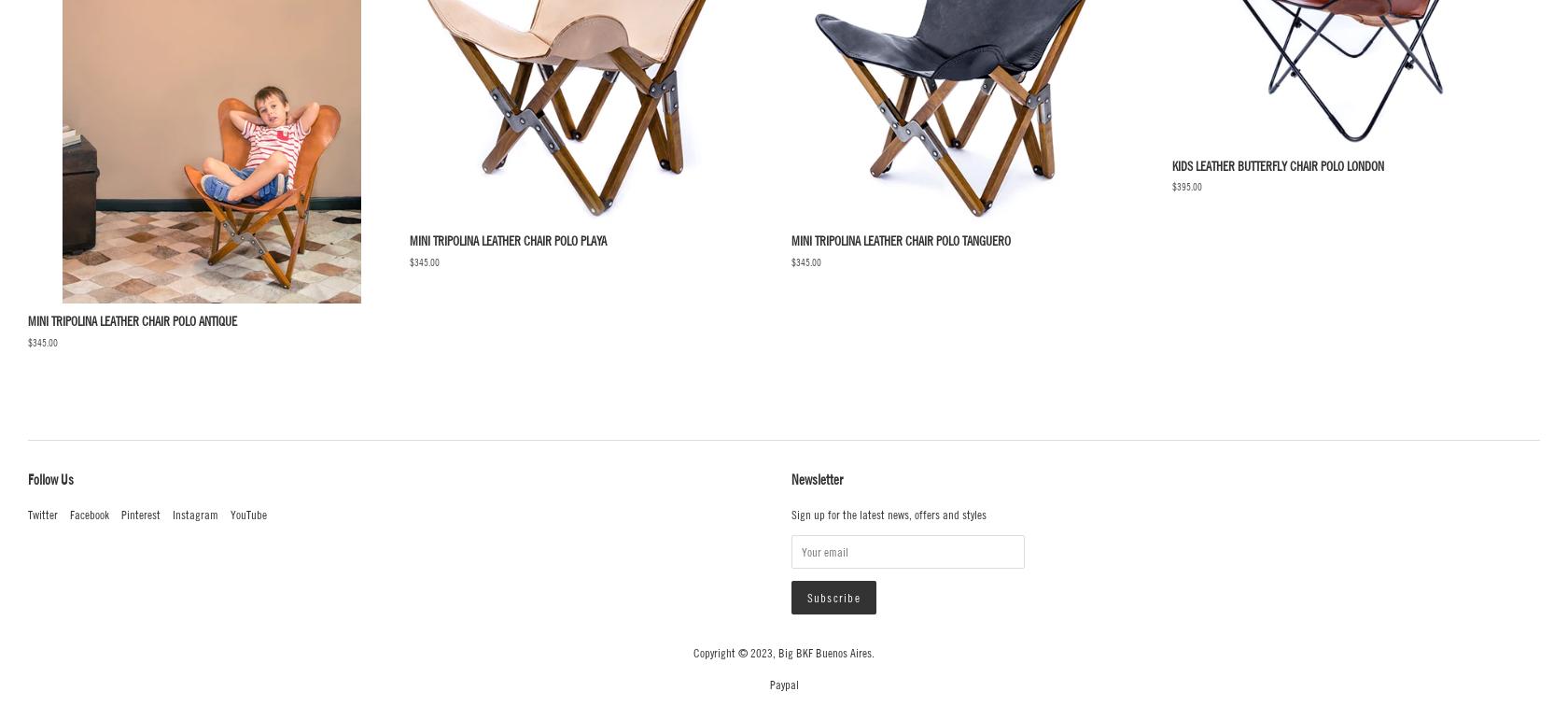 The height and width of the screenshot is (720, 1568). What do you see at coordinates (49, 478) in the screenshot?
I see `'Follow Us'` at bounding box center [49, 478].